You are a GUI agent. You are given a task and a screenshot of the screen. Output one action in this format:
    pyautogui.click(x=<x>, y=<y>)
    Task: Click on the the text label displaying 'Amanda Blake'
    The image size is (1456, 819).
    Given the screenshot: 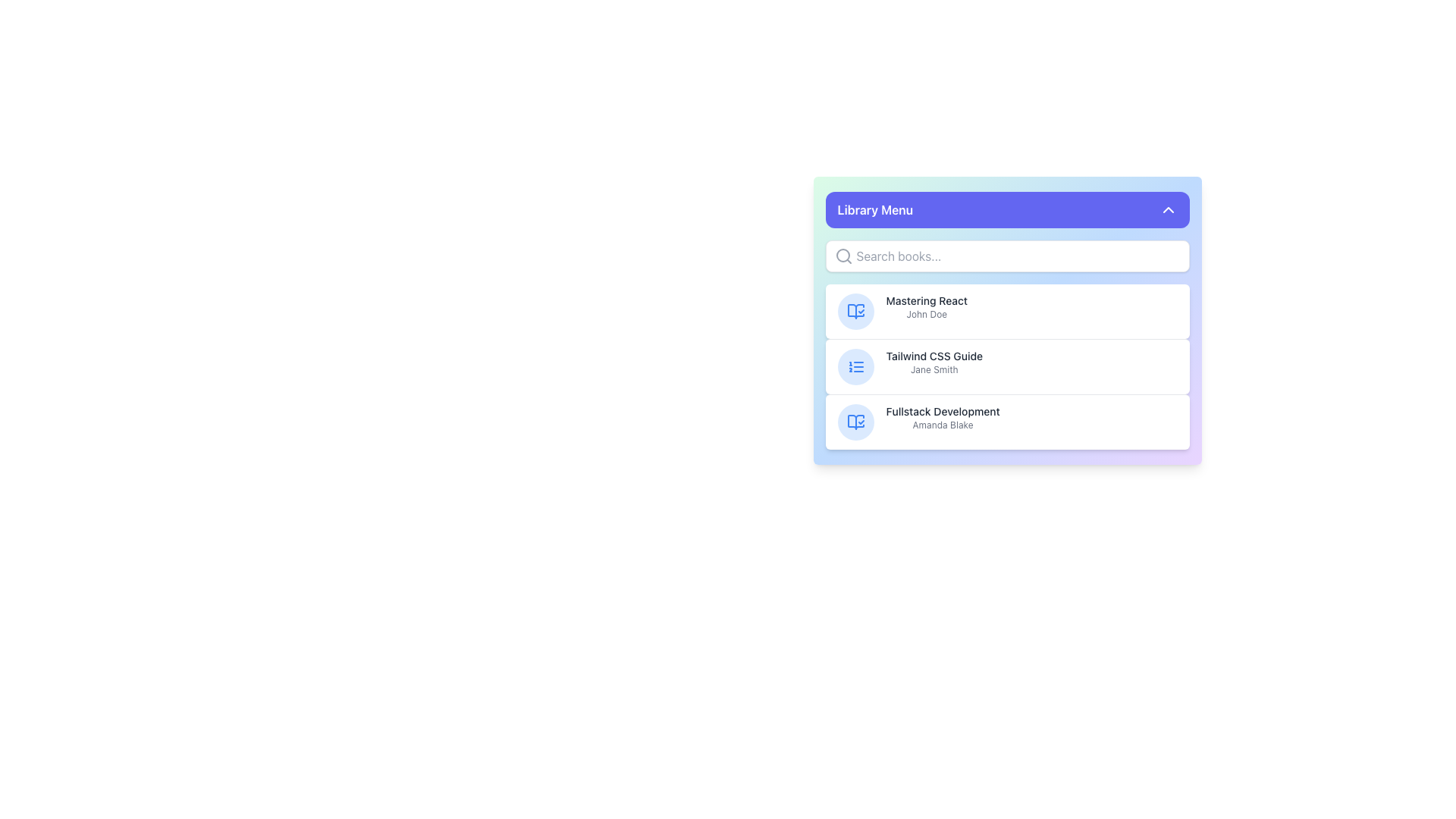 What is the action you would take?
    pyautogui.click(x=942, y=425)
    